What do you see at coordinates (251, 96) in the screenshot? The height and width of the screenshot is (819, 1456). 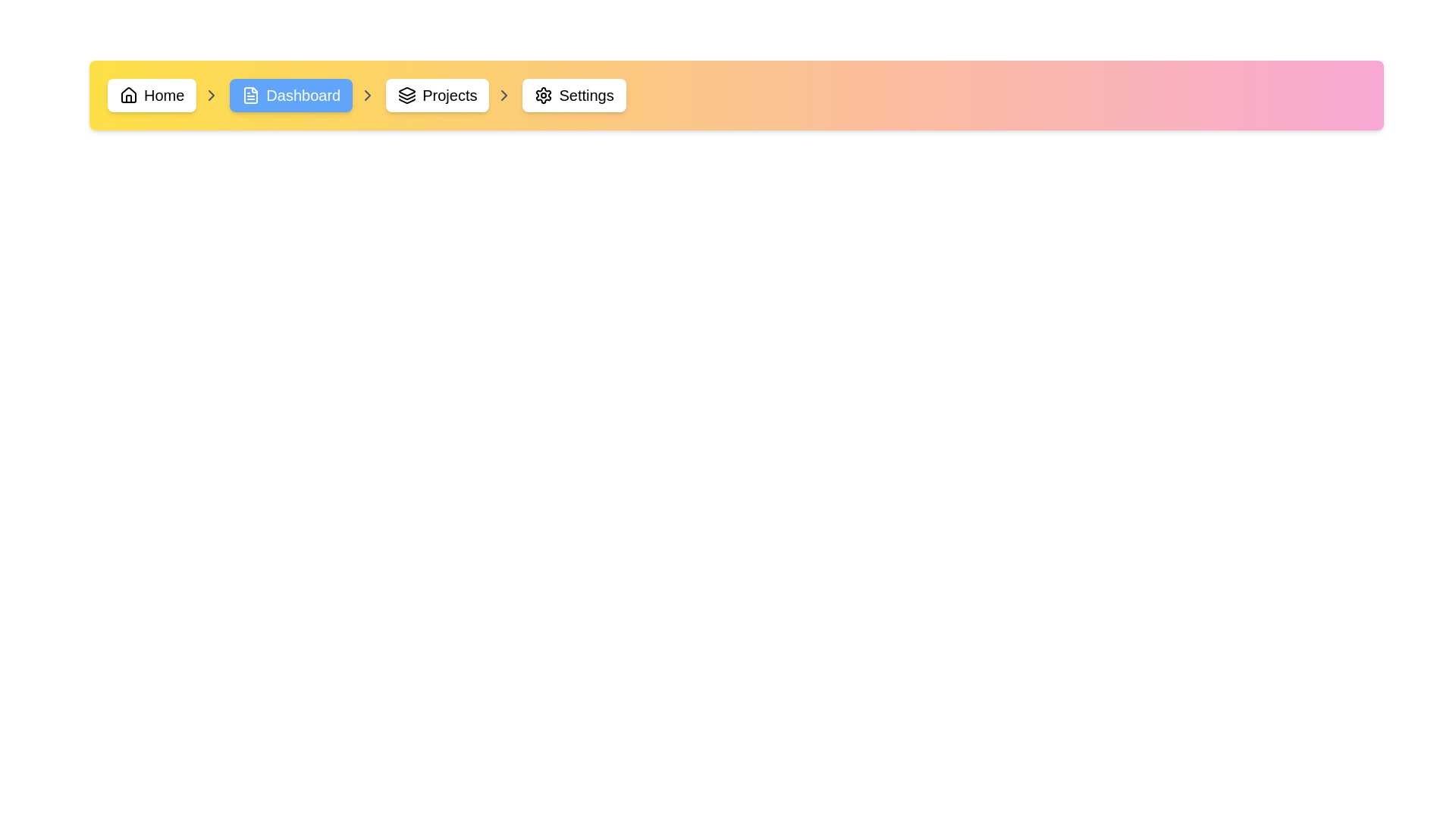 I see `the 'Dashboard' button by clicking the document icon located on the left side of the button` at bounding box center [251, 96].